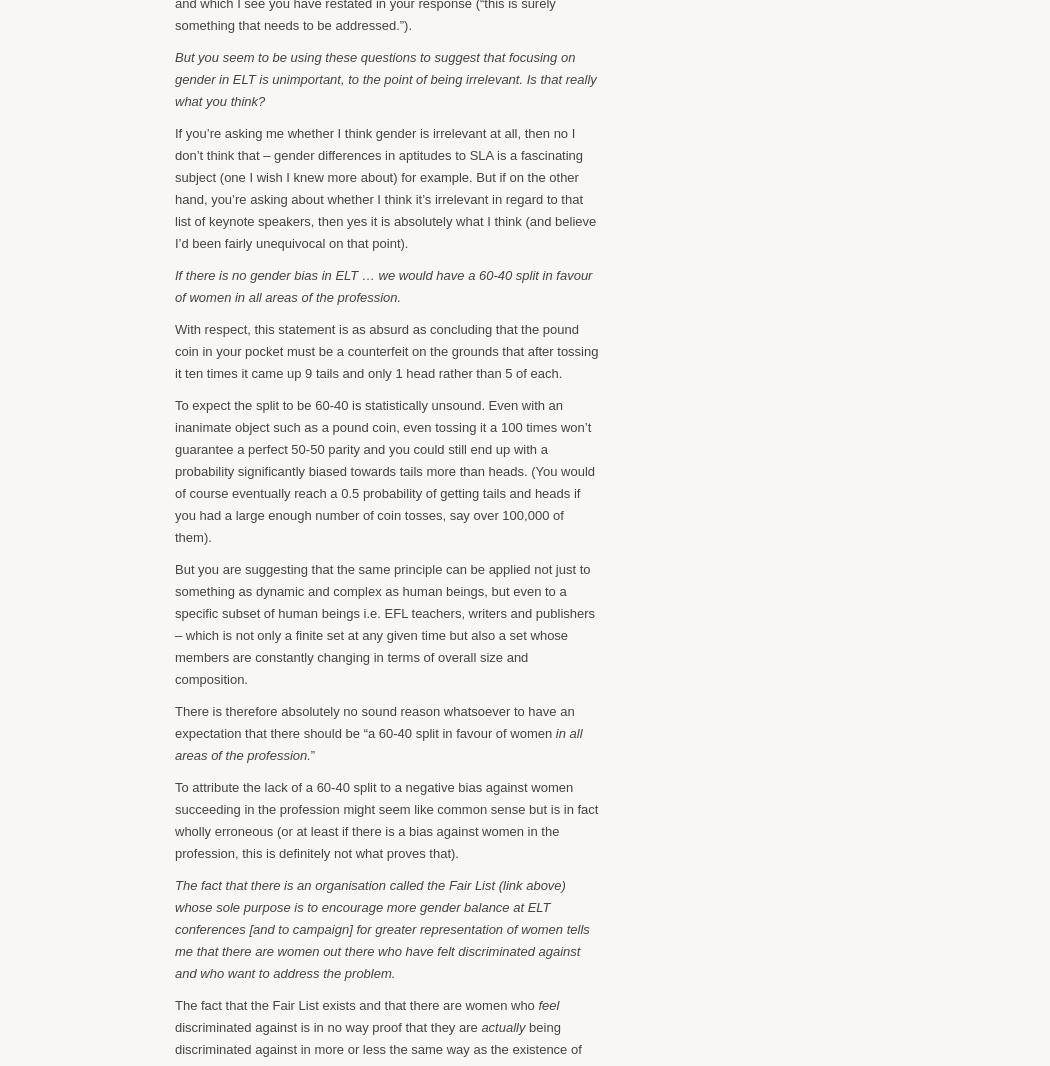  Describe the element at coordinates (381, 928) in the screenshot. I see `'The fact that there is an organisation called the Fair List (link above) whose sole purpose is to encourage more gender balance at ELT conferences [and to campaign] for greater representation of women tells me that there are women out there who have felt discriminated against and who want to address the problem.'` at that location.